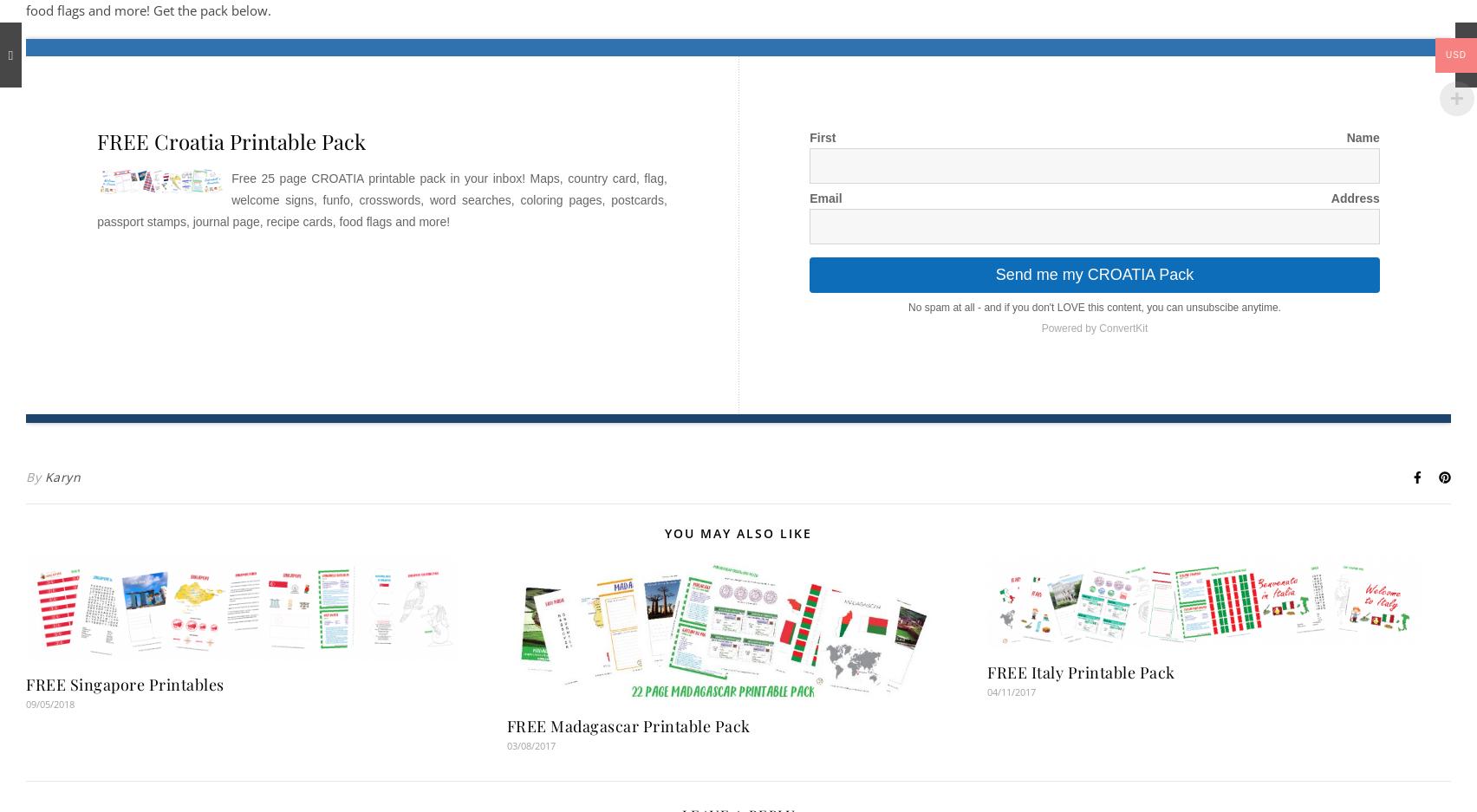  I want to click on '04/11/2017', so click(1011, 691).